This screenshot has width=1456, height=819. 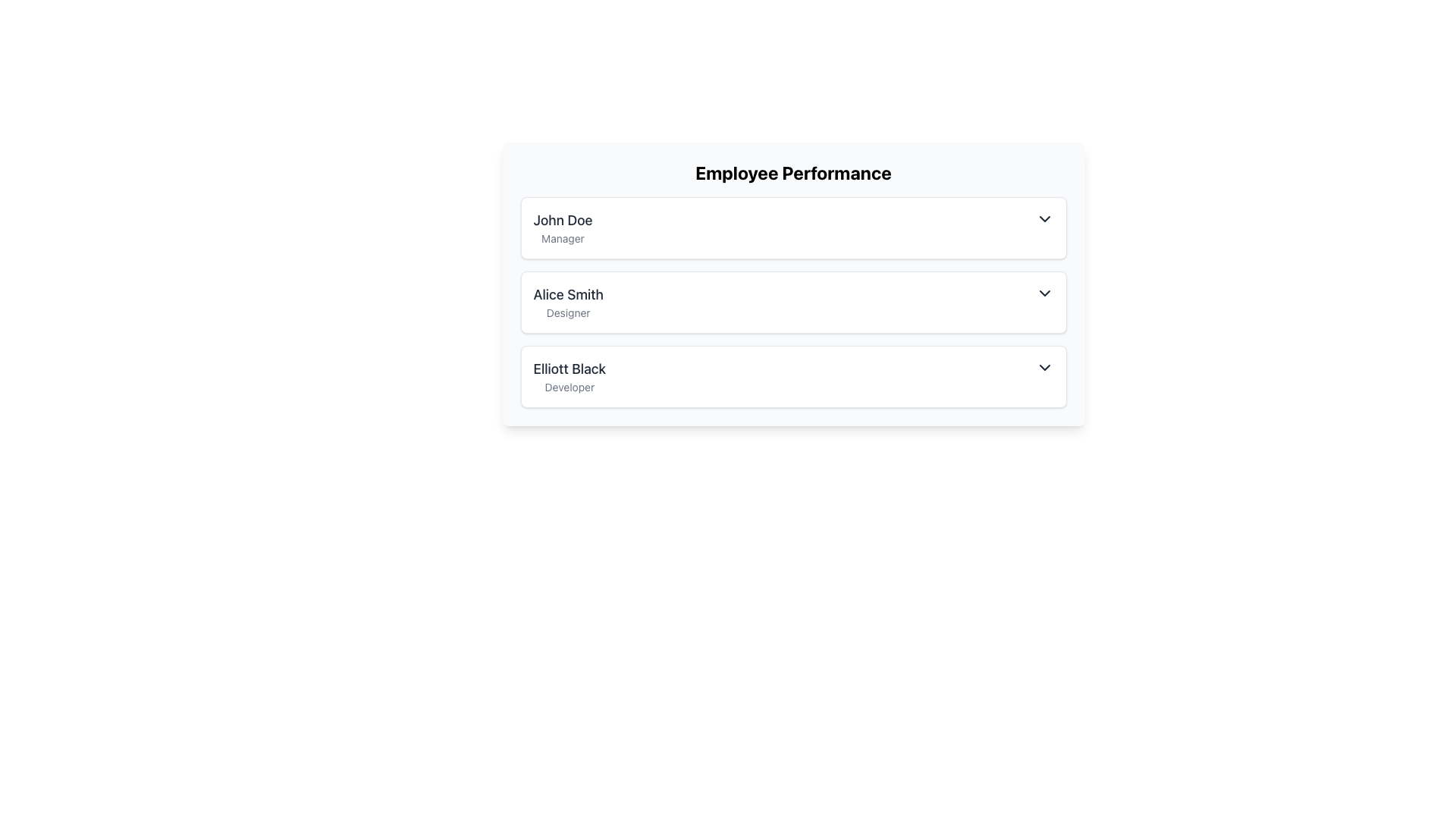 What do you see at coordinates (1043, 293) in the screenshot?
I see `the chevron icon` at bounding box center [1043, 293].